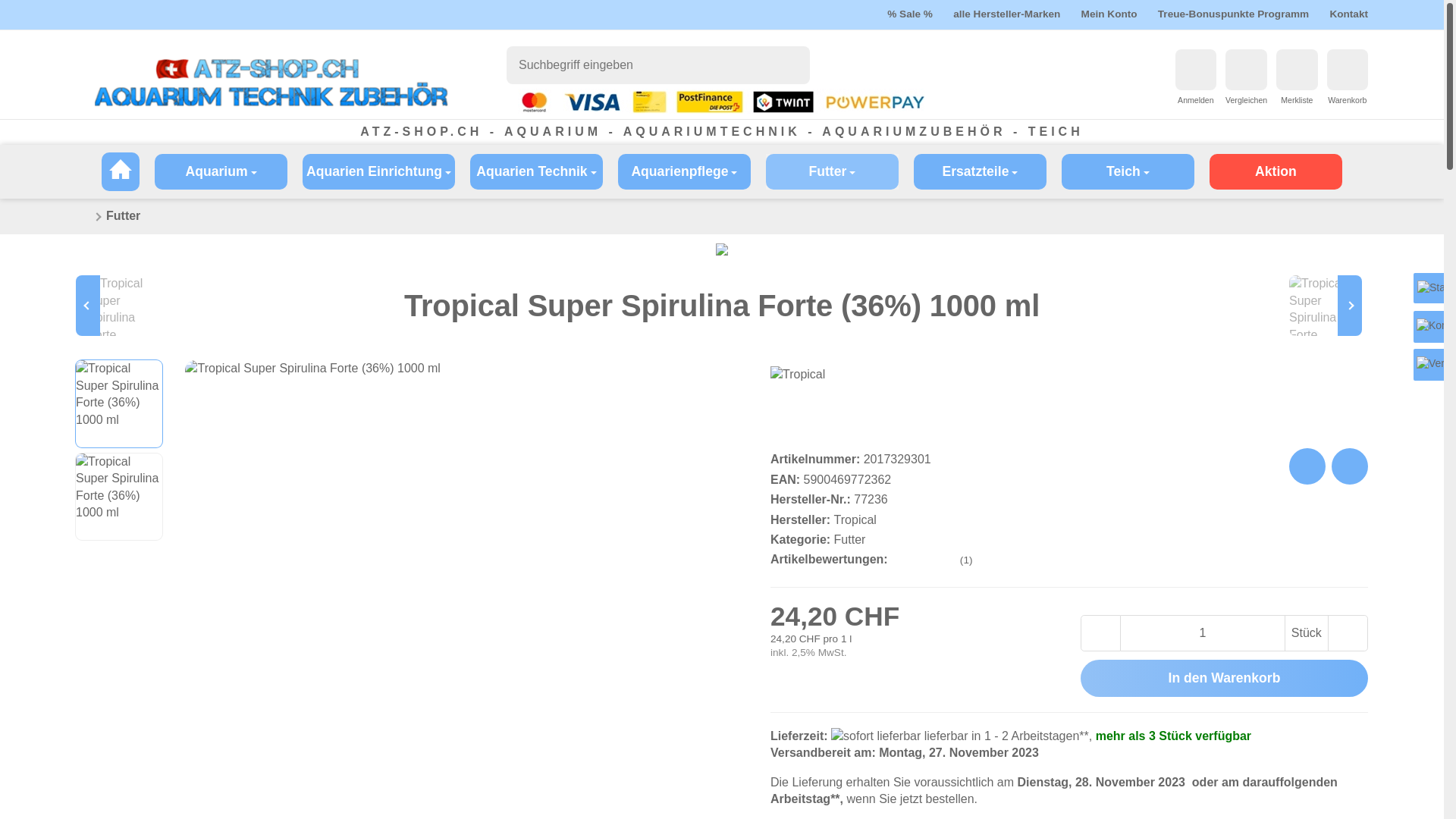  I want to click on 'Aquarien Einrichtung', so click(378, 171).